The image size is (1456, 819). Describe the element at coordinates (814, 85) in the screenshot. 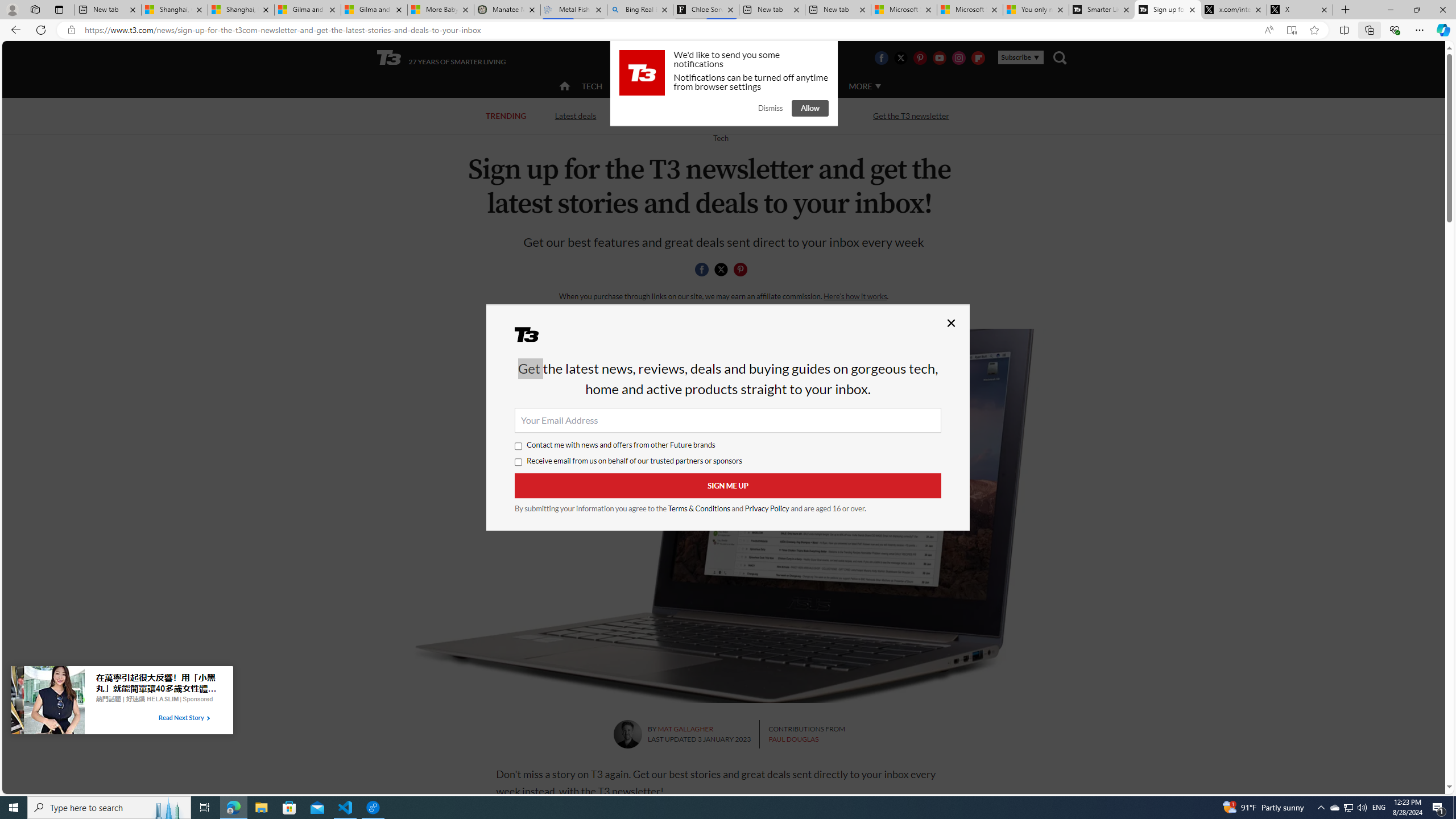

I see `'AUTO'` at that location.